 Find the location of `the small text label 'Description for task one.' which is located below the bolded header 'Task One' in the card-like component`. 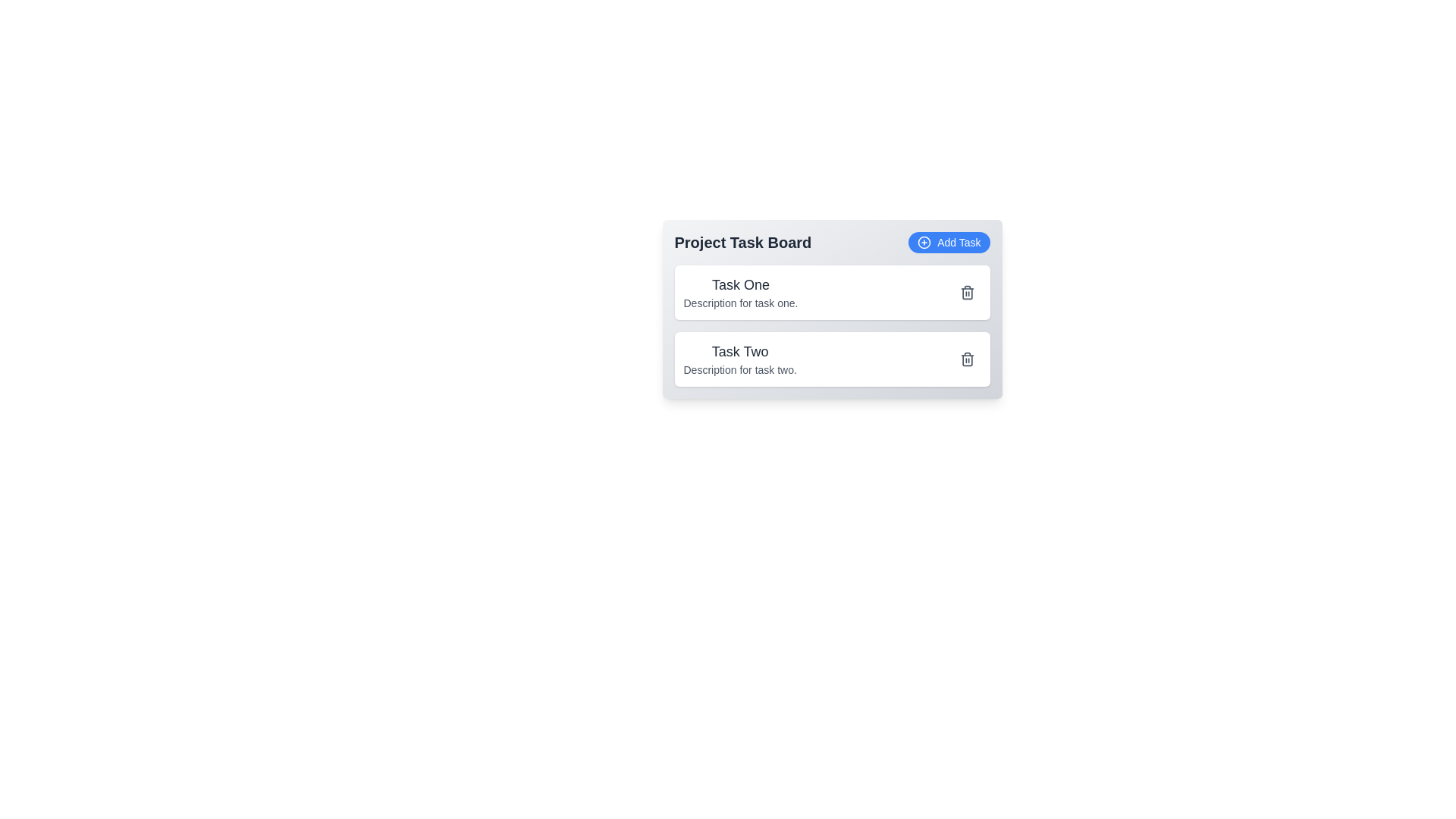

the small text label 'Description for task one.' which is located below the bolded header 'Task One' in the card-like component is located at coordinates (740, 303).